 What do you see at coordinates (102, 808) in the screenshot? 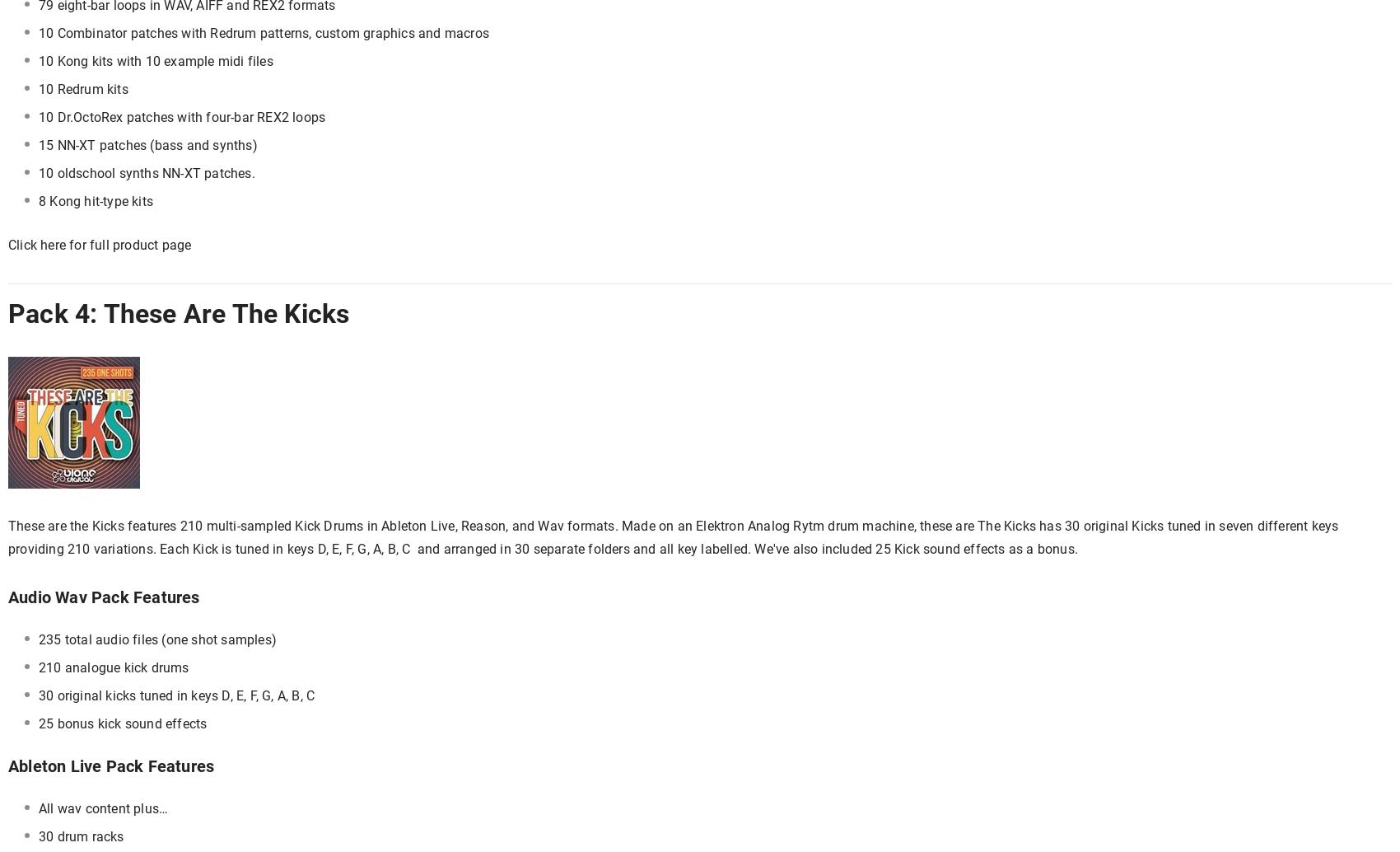
I see `'All wav content plus…'` at bounding box center [102, 808].